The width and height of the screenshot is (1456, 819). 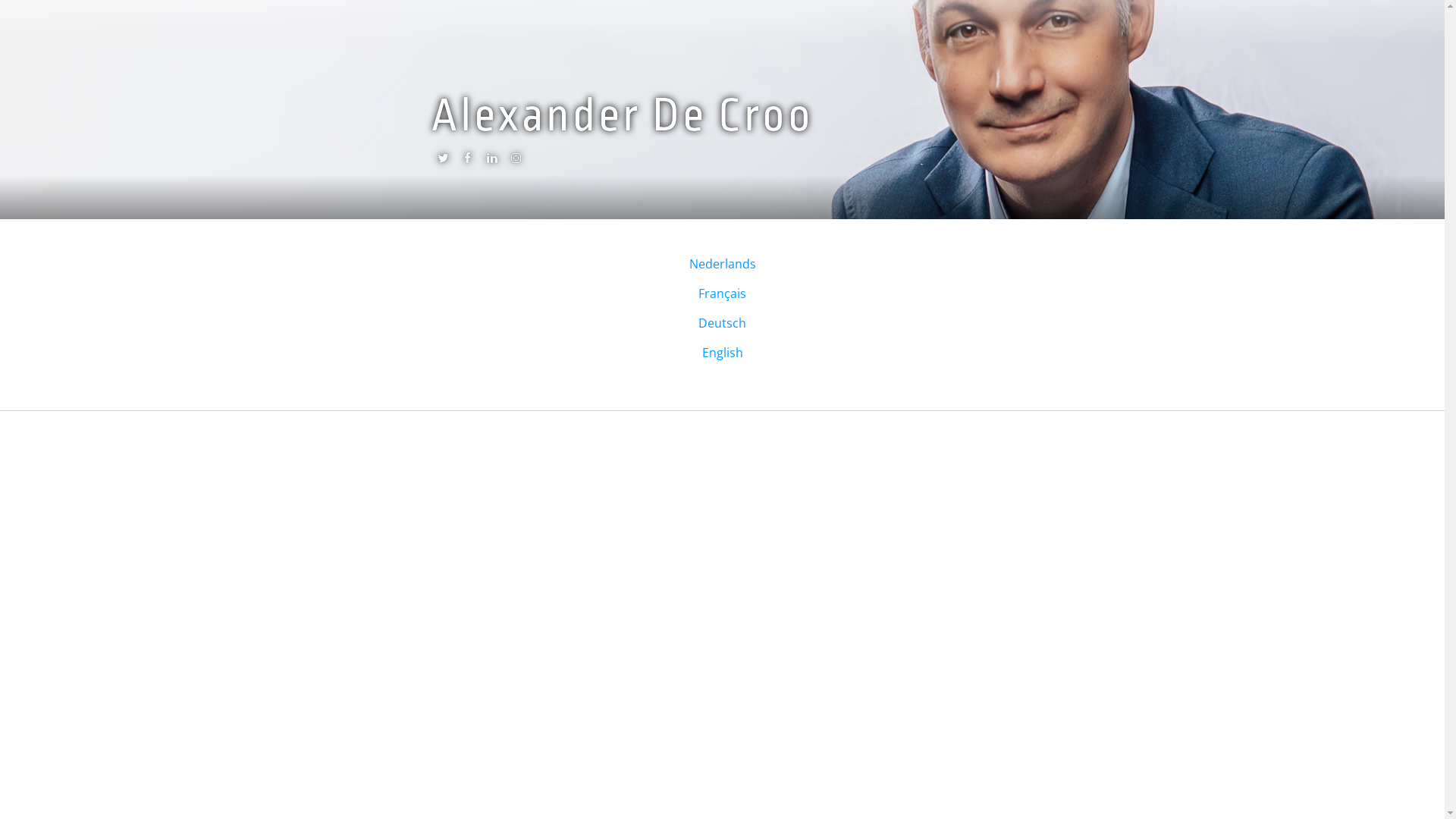 I want to click on 'instagram', so click(x=516, y=161).